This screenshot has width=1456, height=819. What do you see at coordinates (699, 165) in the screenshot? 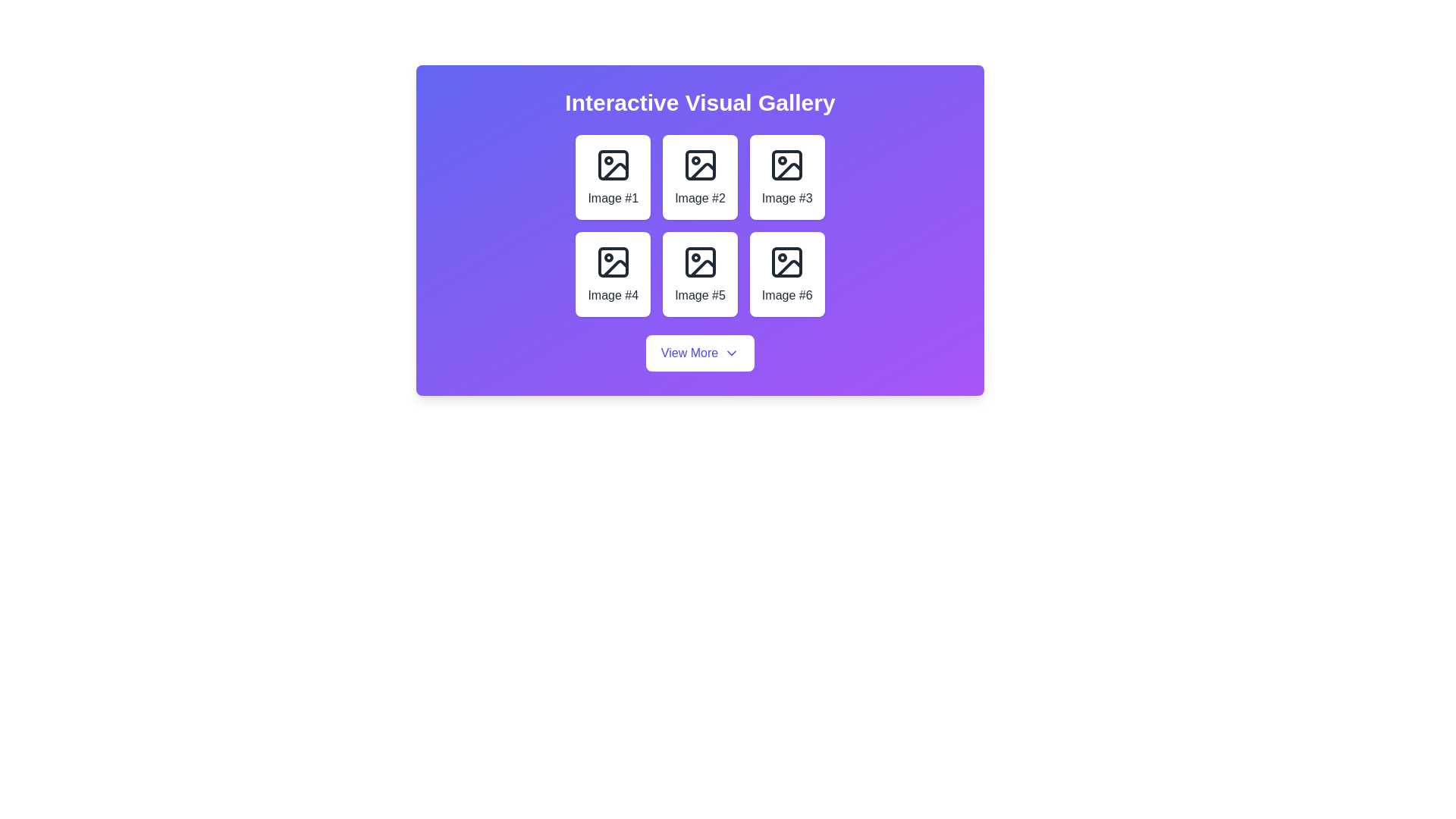
I see `the image thumbnail icon representing 'Image #2', which is located in the second position of the first row within a 3-by-2 grid of image cards` at bounding box center [699, 165].